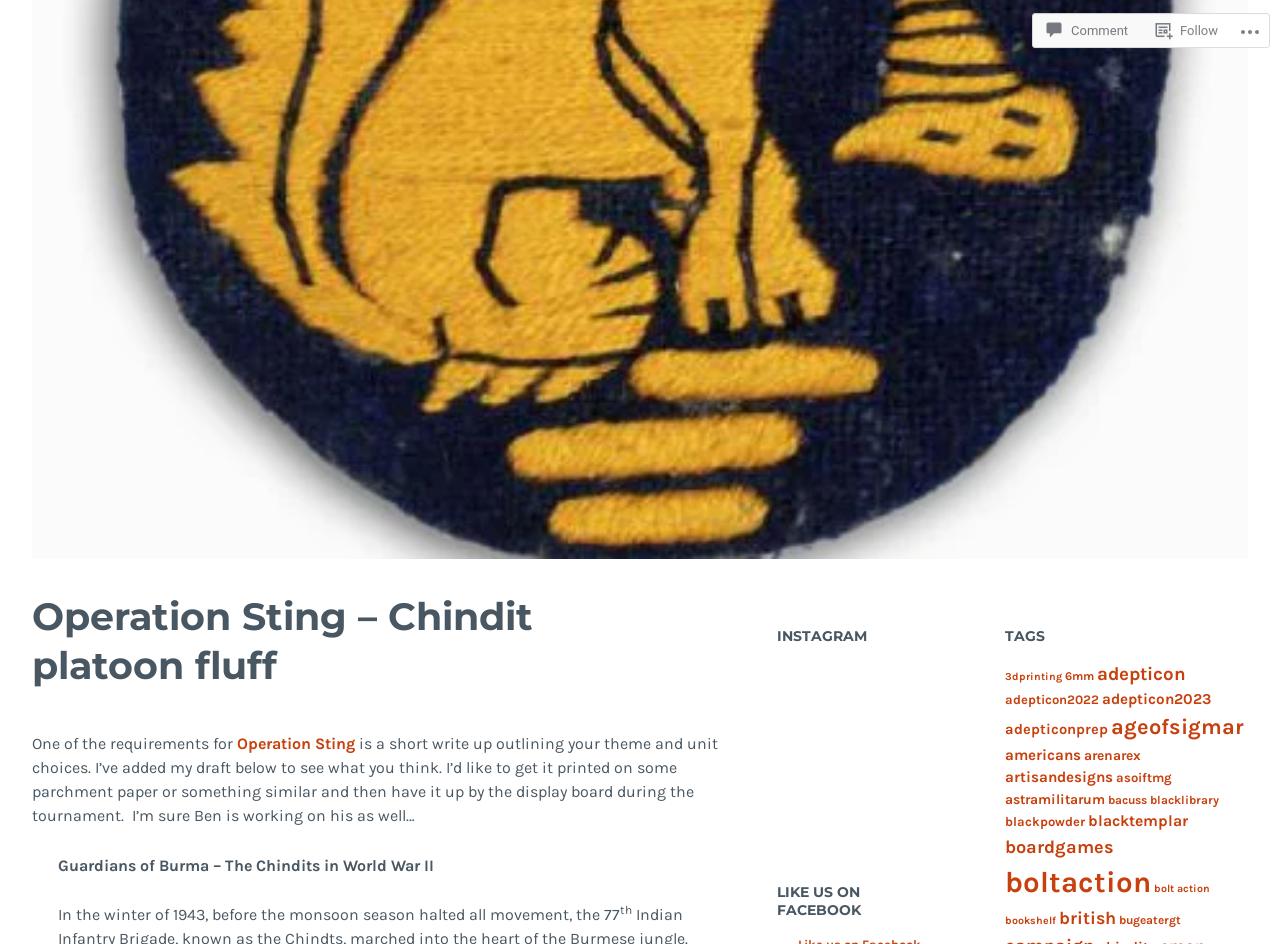 The height and width of the screenshot is (944, 1280). I want to click on 'bolt action', so click(1181, 886).